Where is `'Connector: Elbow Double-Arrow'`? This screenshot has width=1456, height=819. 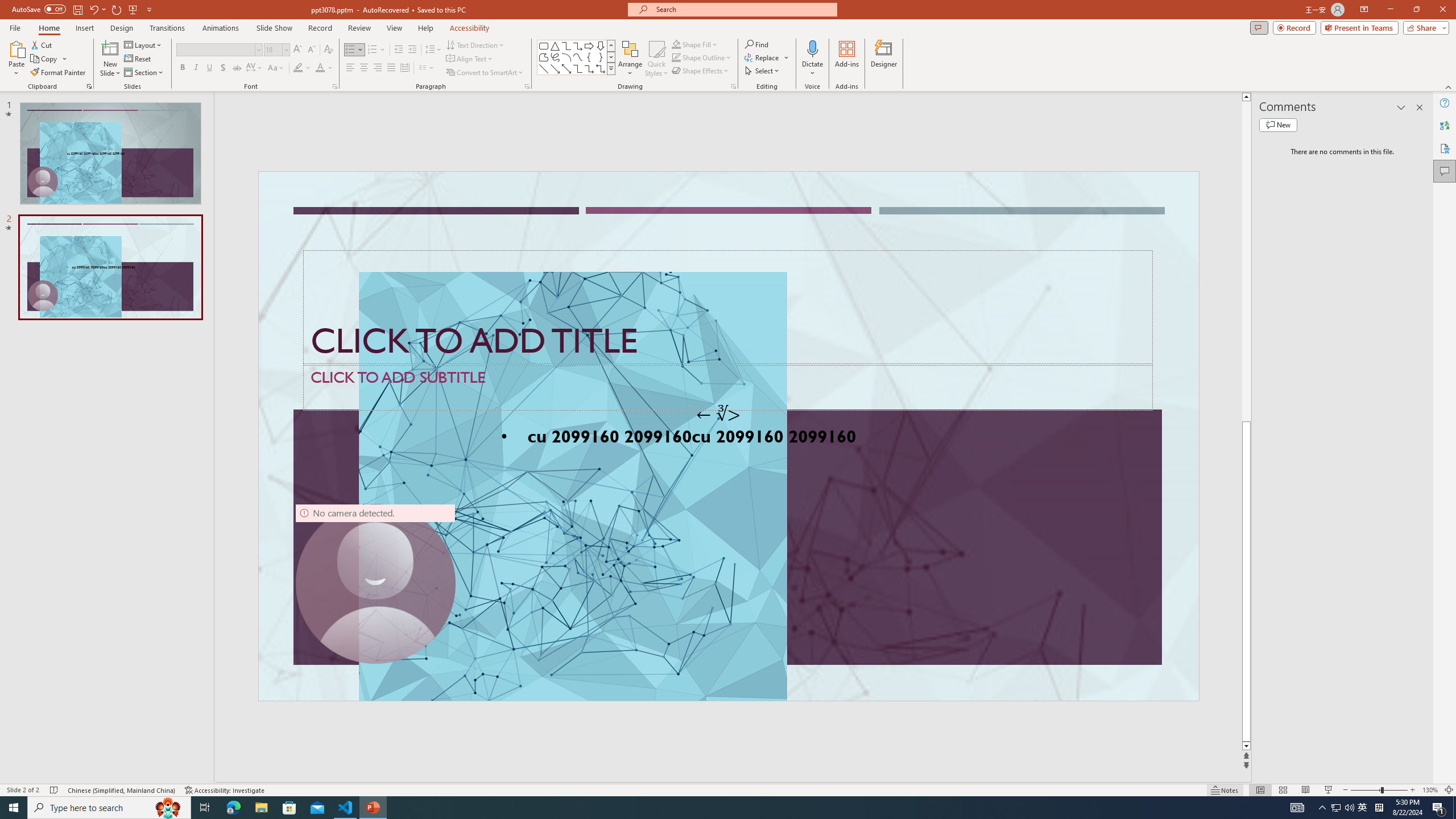 'Connector: Elbow Double-Arrow' is located at coordinates (600, 68).